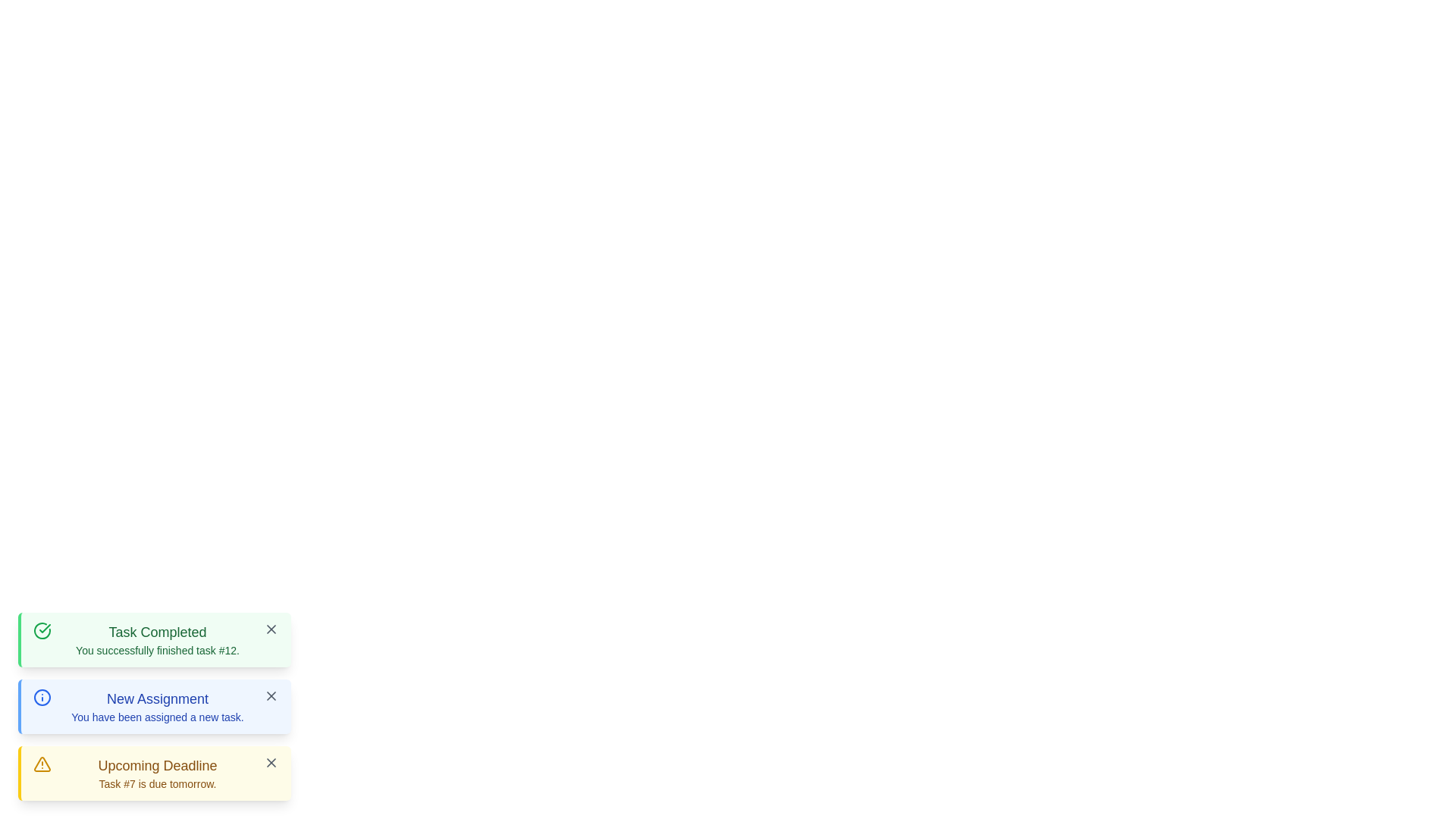  What do you see at coordinates (157, 707) in the screenshot?
I see `the text display component in the second notification card` at bounding box center [157, 707].